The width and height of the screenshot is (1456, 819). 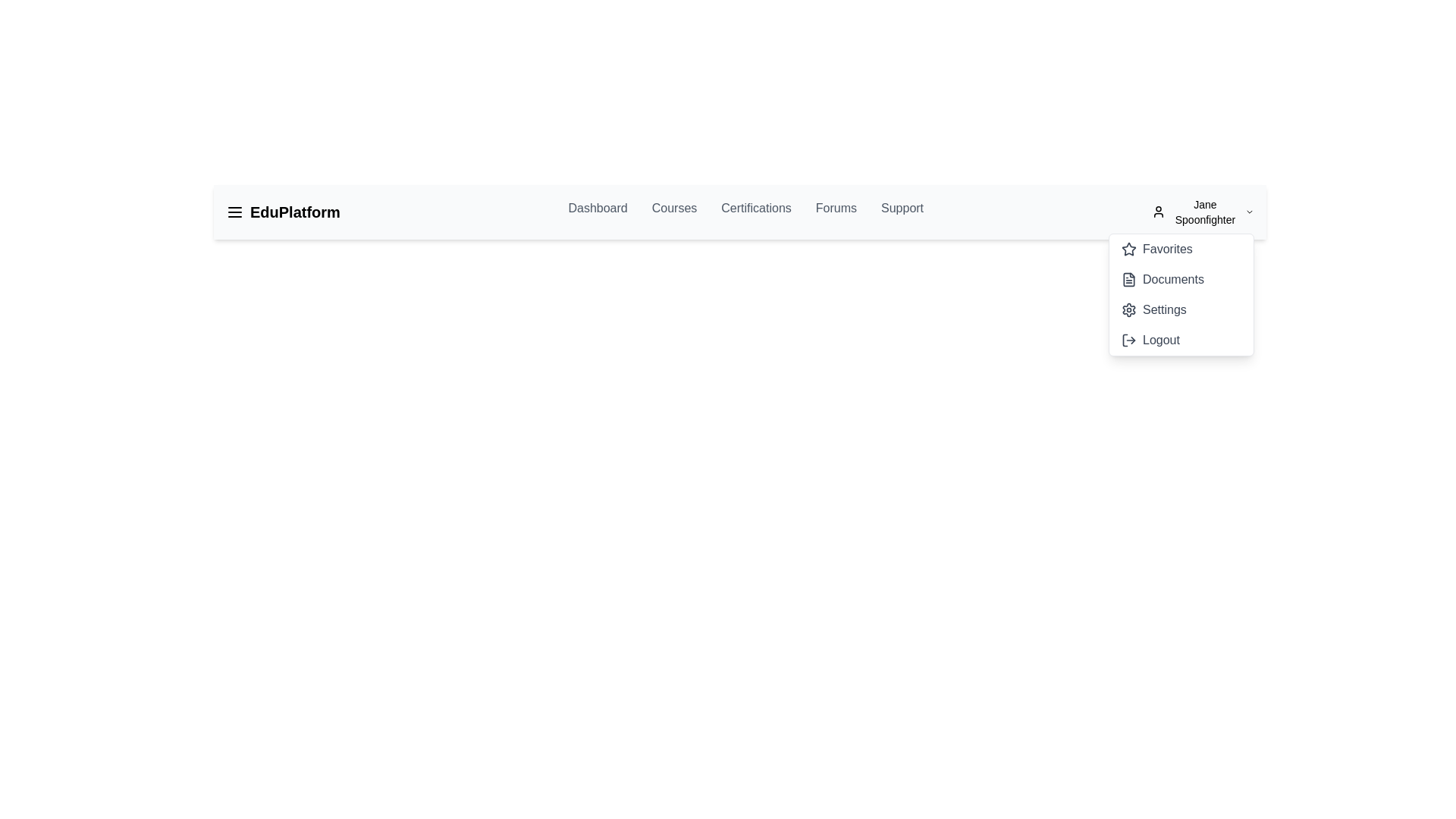 What do you see at coordinates (1249, 212) in the screenshot?
I see `the downward-pointing chevron icon located at the rightmost part of the user information area displaying the name 'Jane Spoonfighter'` at bounding box center [1249, 212].